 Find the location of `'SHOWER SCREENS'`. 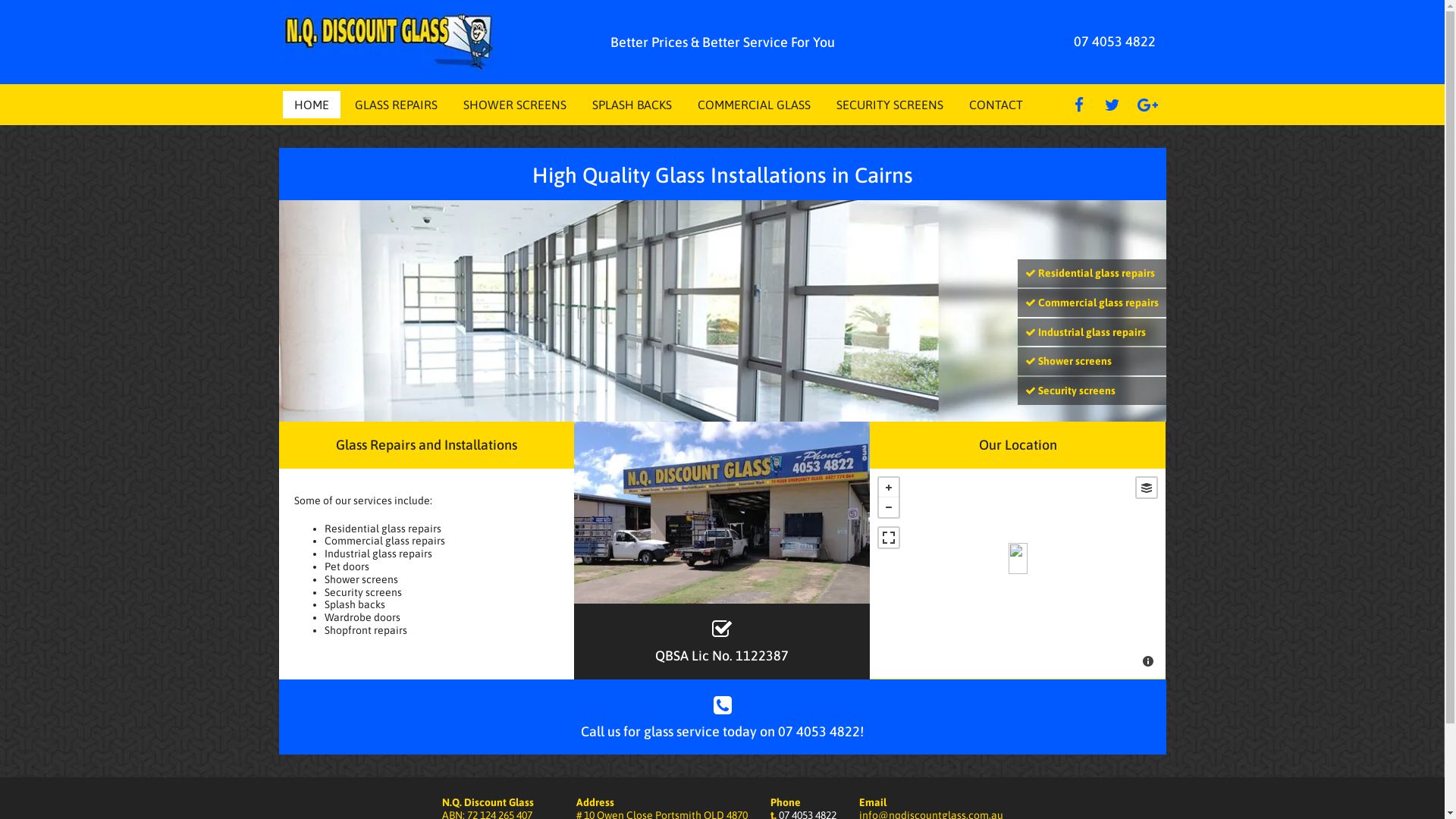

'SHOWER SCREENS' is located at coordinates (513, 104).